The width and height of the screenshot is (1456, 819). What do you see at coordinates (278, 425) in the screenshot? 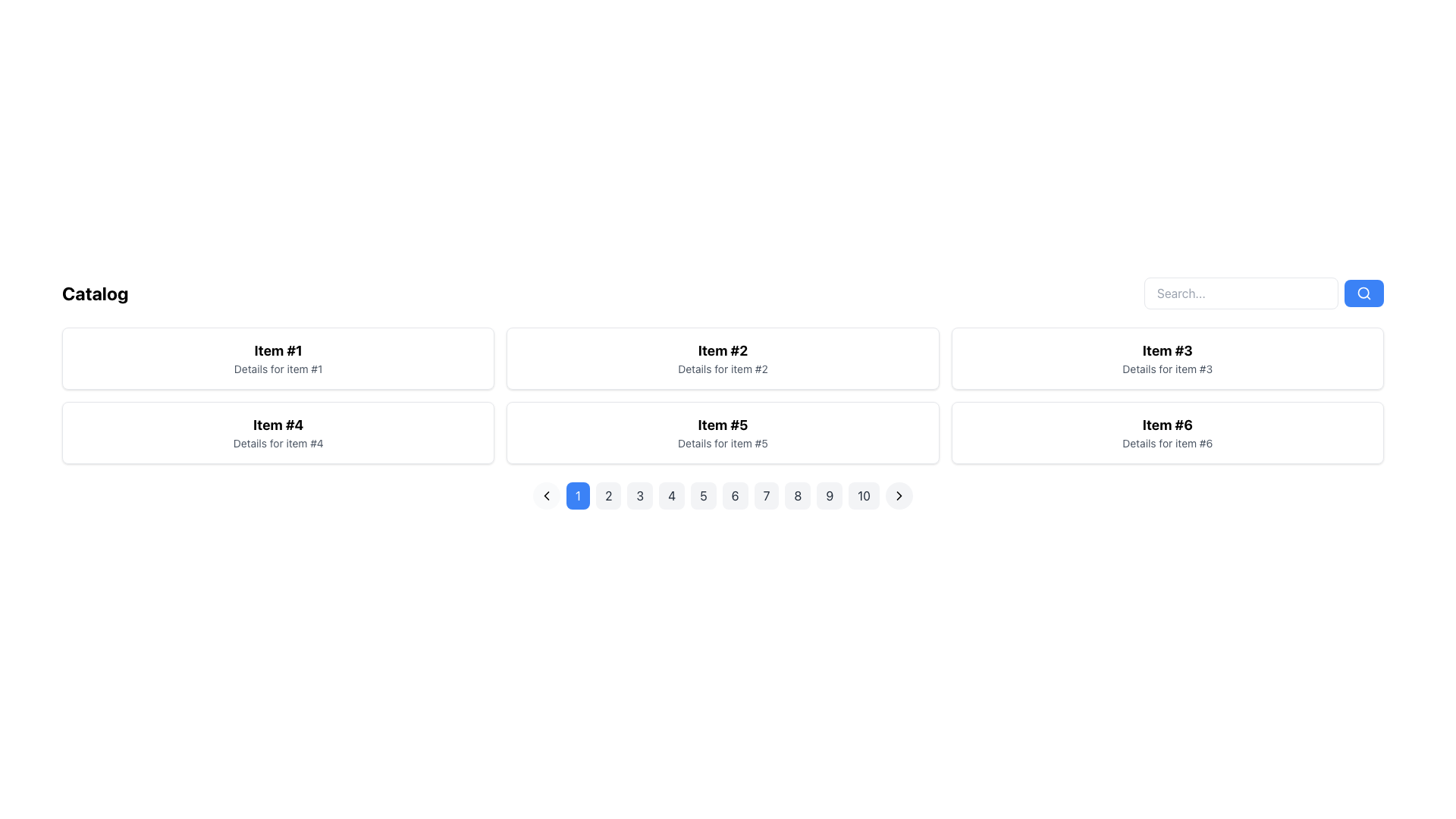
I see `the Text label, which serves as the title or identifier for the item and is positioned above the text 'Details for item #4'` at bounding box center [278, 425].